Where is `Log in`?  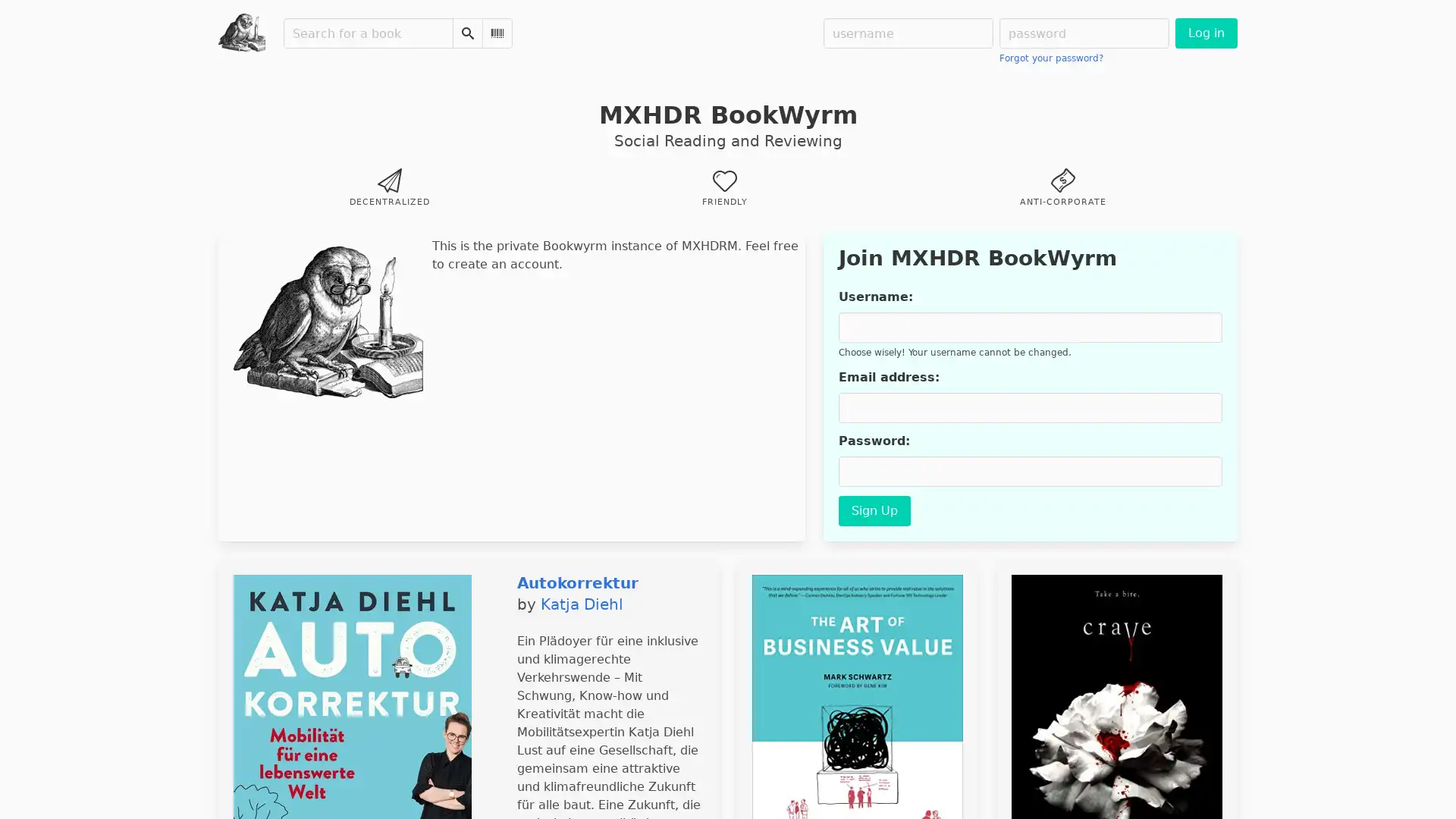
Log in is located at coordinates (1205, 33).